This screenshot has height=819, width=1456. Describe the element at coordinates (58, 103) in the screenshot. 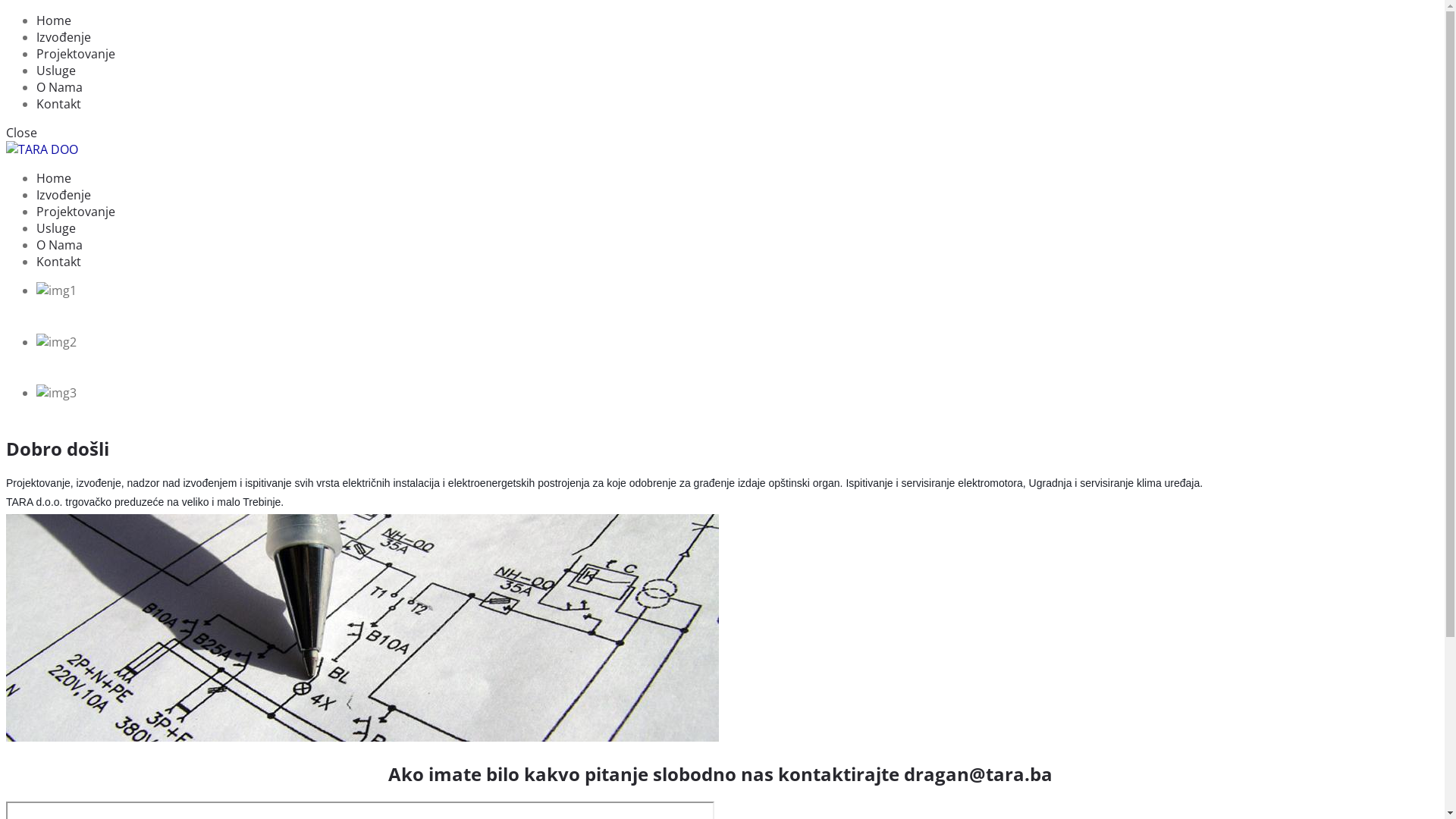

I see `'Kontakt'` at that location.